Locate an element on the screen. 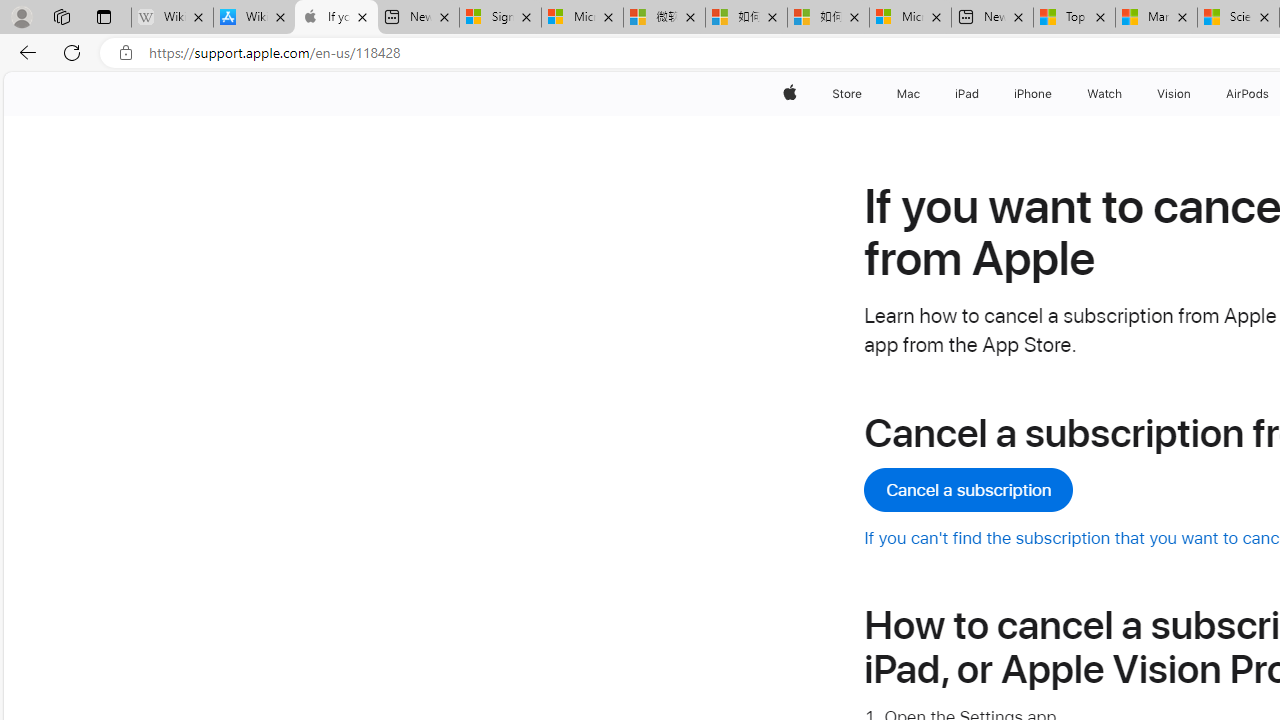 The width and height of the screenshot is (1280, 720). 'Store' is located at coordinates (846, 93).